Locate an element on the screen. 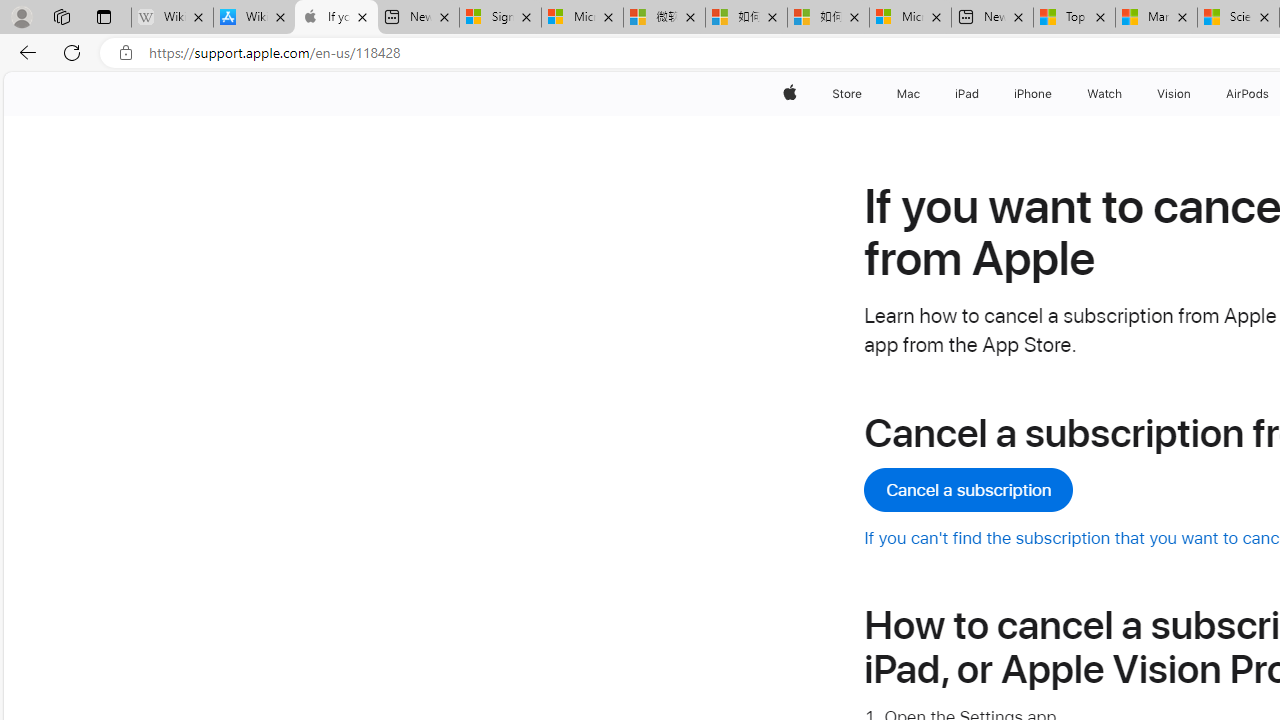 The width and height of the screenshot is (1280, 720). 'Store' is located at coordinates (846, 93).